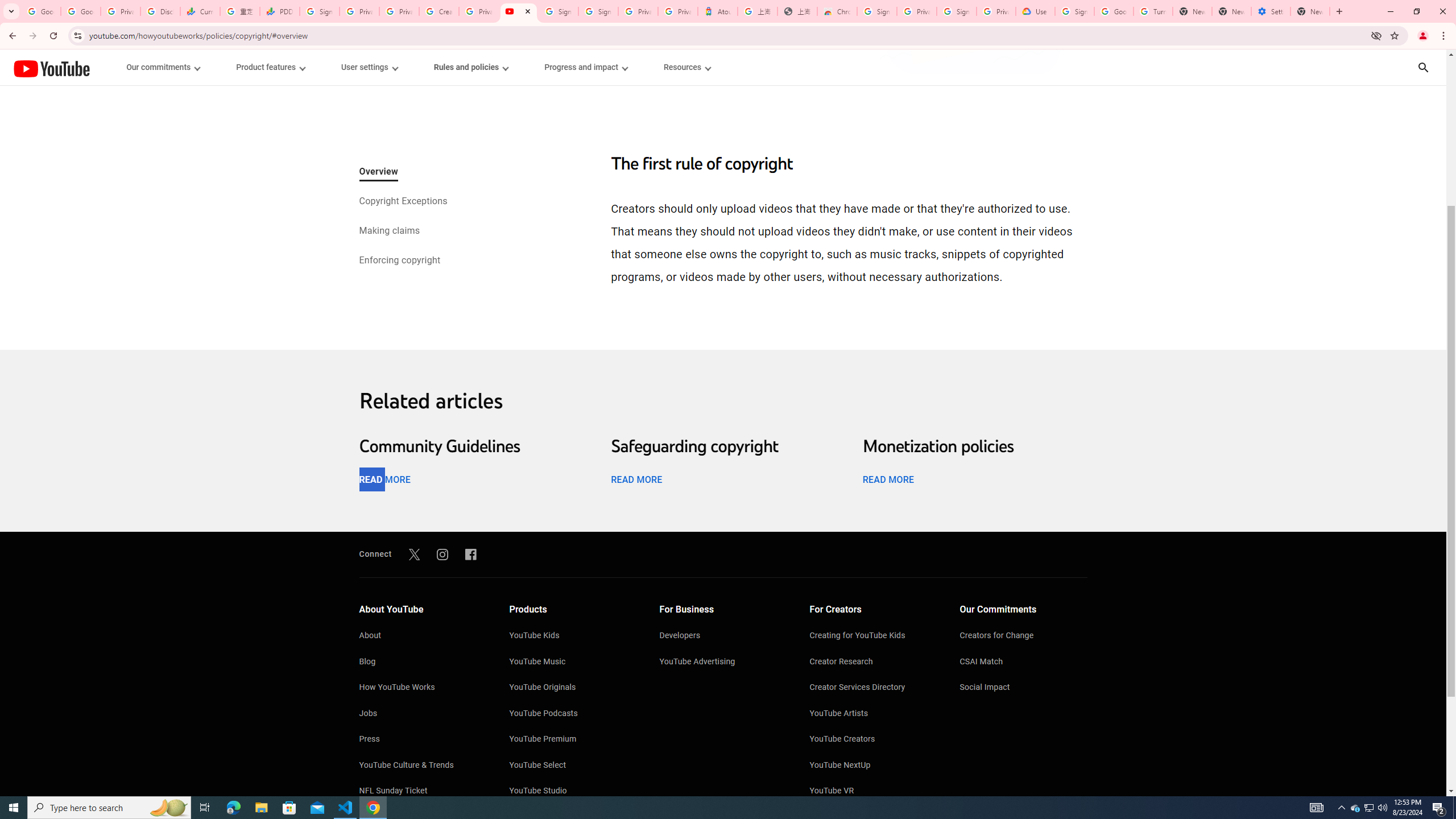 This screenshot has height=819, width=1456. Describe the element at coordinates (279, 11) in the screenshot. I see `'PDD Holdings Inc - ADR (PDD) Price & News - Google Finance'` at that location.